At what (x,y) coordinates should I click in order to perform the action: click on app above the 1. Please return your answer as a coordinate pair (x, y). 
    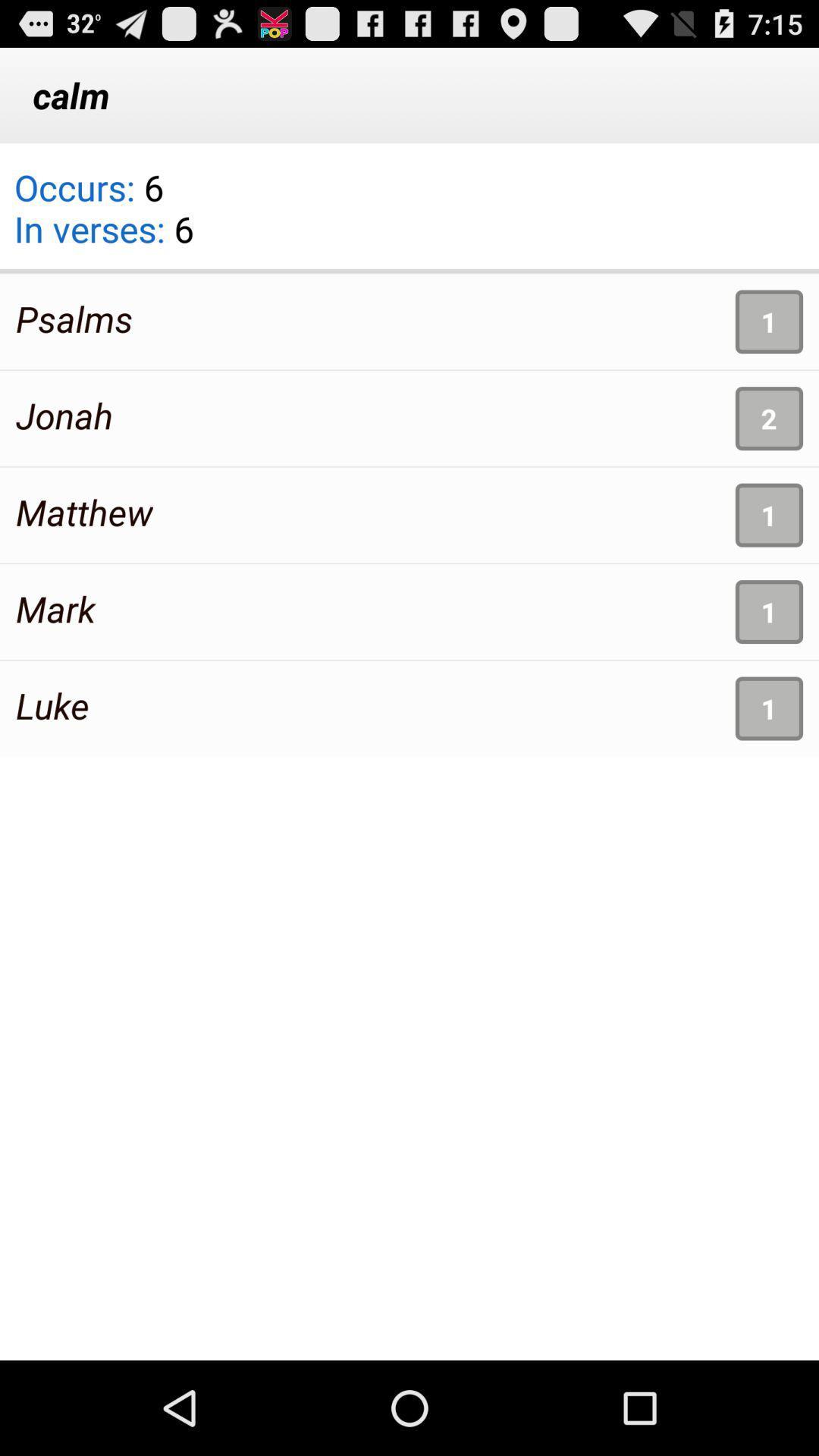
    Looking at the image, I should click on (769, 419).